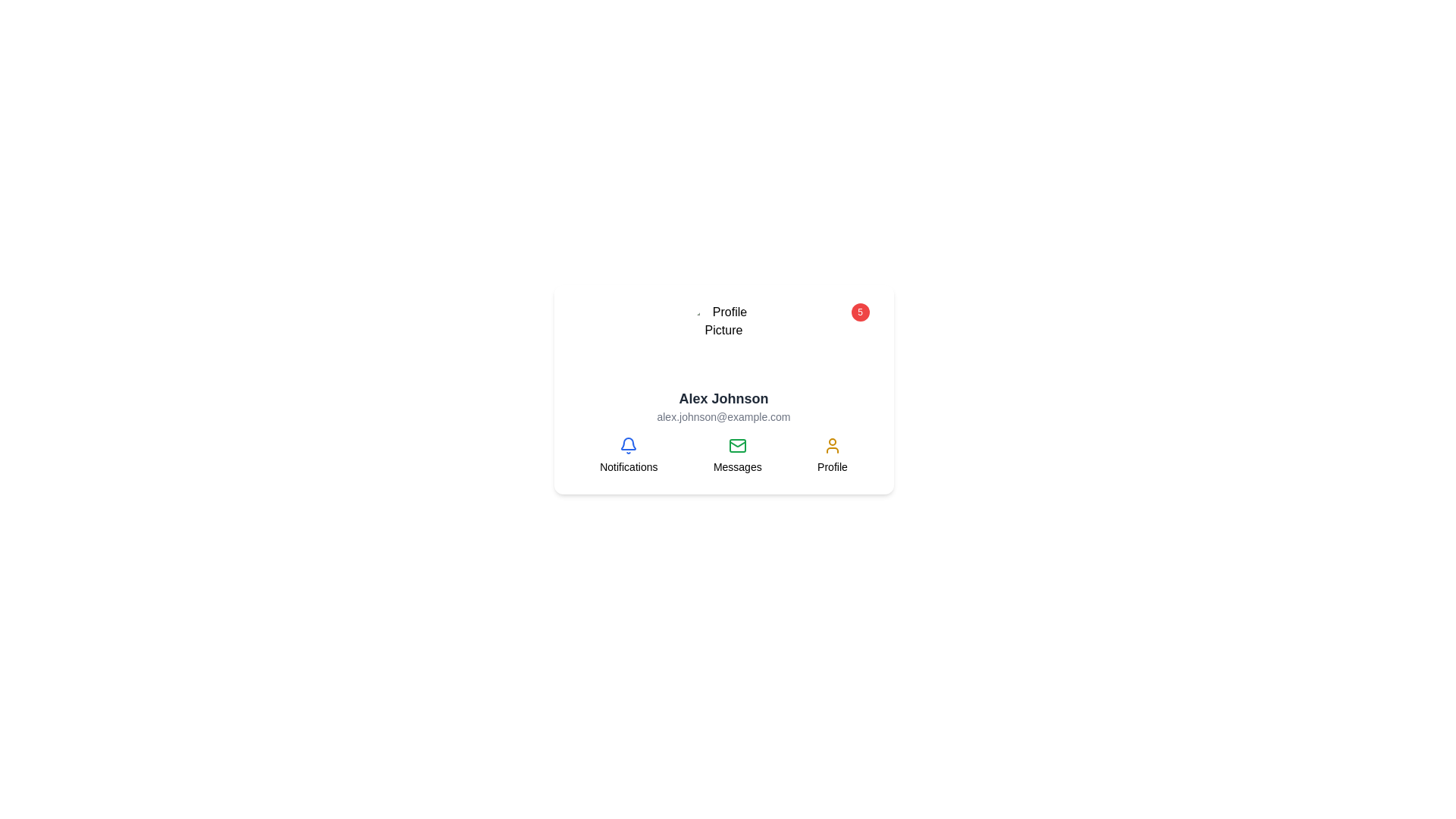 This screenshot has height=819, width=1456. What do you see at coordinates (723, 397) in the screenshot?
I see `the text 'Alex Johnson', which is styled with a bold and larger font size, positioned centrally under the profile picture and above the email address` at bounding box center [723, 397].